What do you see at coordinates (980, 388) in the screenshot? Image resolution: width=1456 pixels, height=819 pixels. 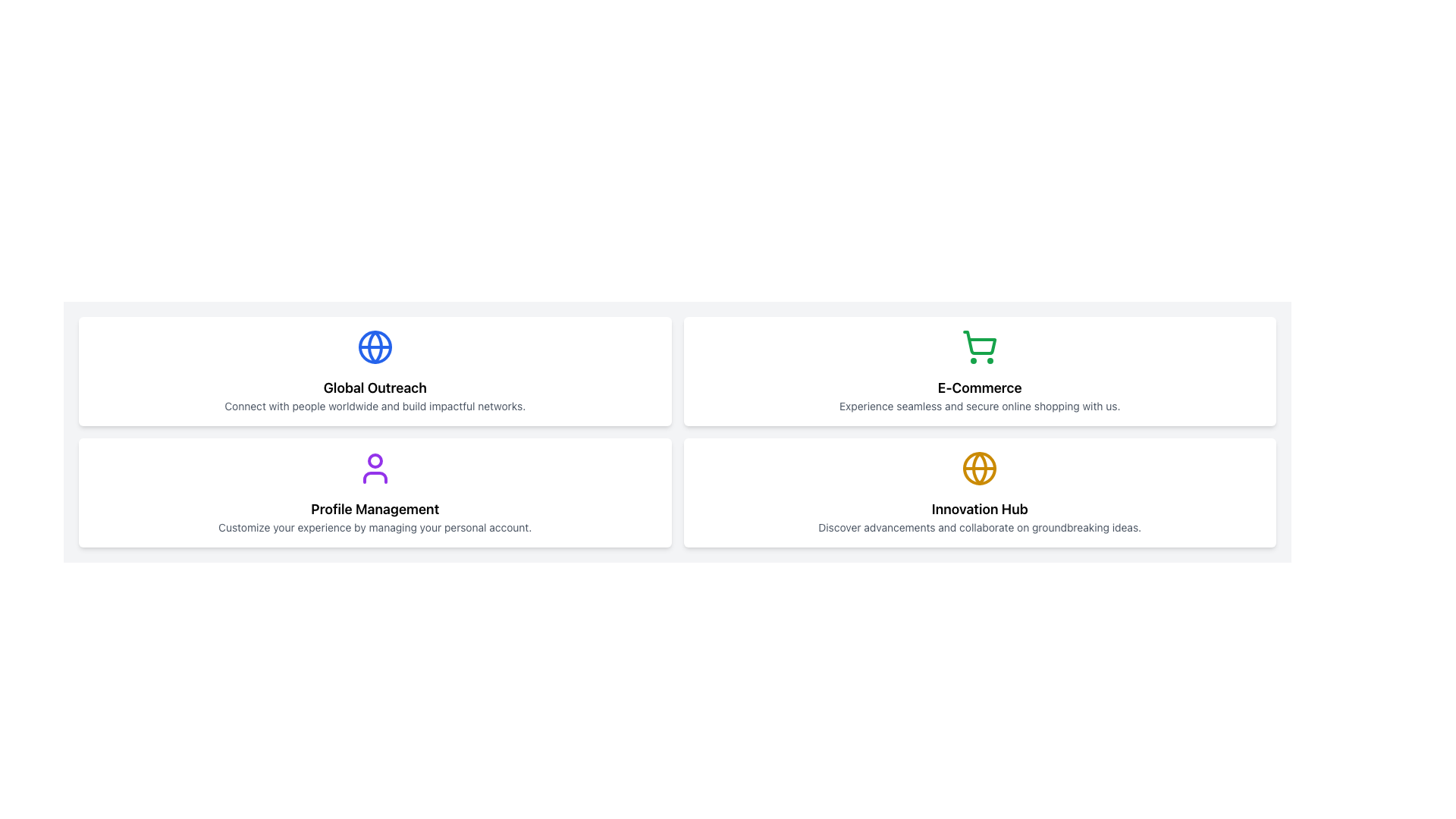 I see `the title text element in the top-right card of the grid layout that indicates E-Commerce, located below the green cart icon` at bounding box center [980, 388].